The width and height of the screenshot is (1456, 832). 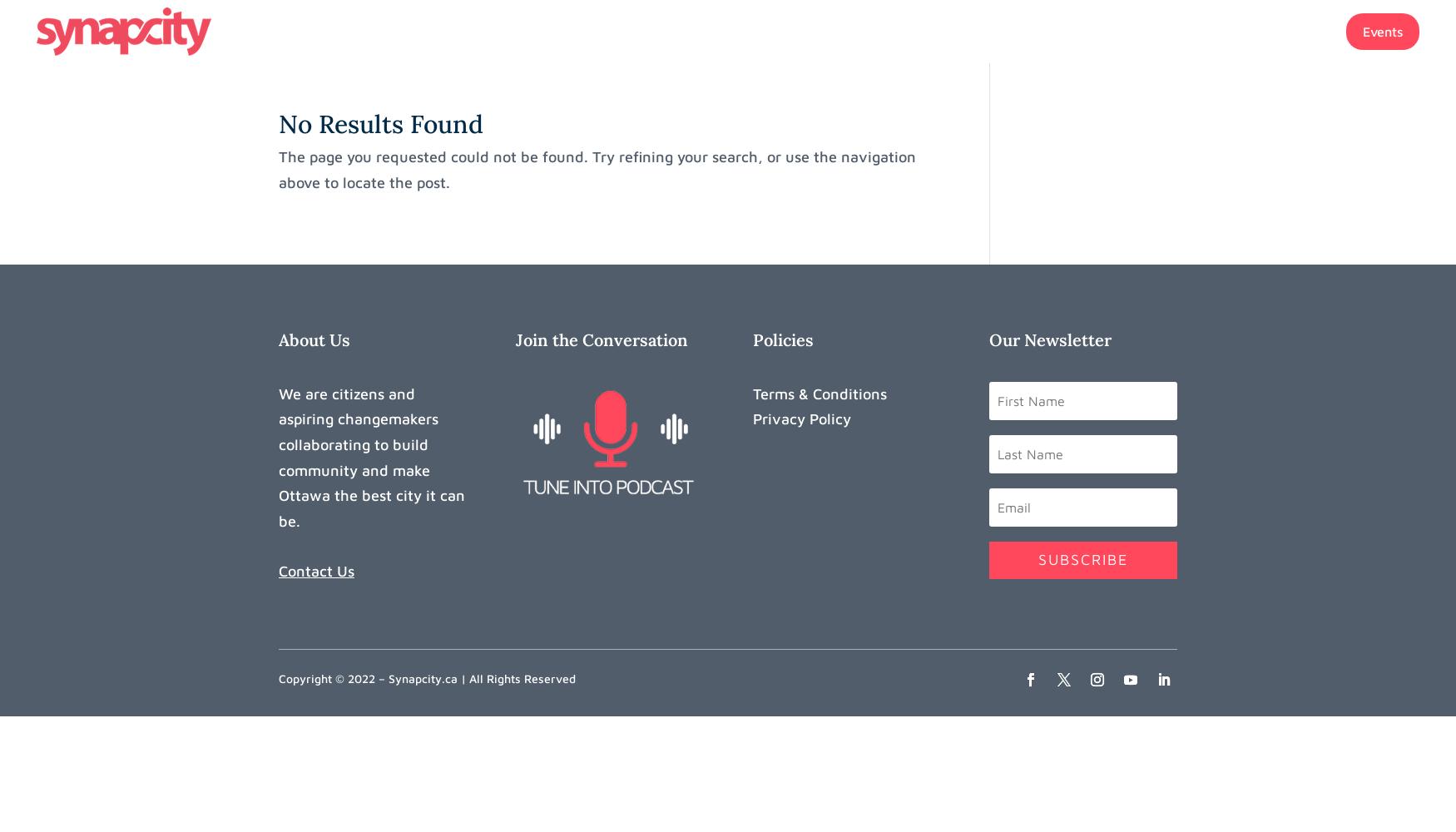 I want to click on 'Terms & Conditions', so click(x=819, y=392).